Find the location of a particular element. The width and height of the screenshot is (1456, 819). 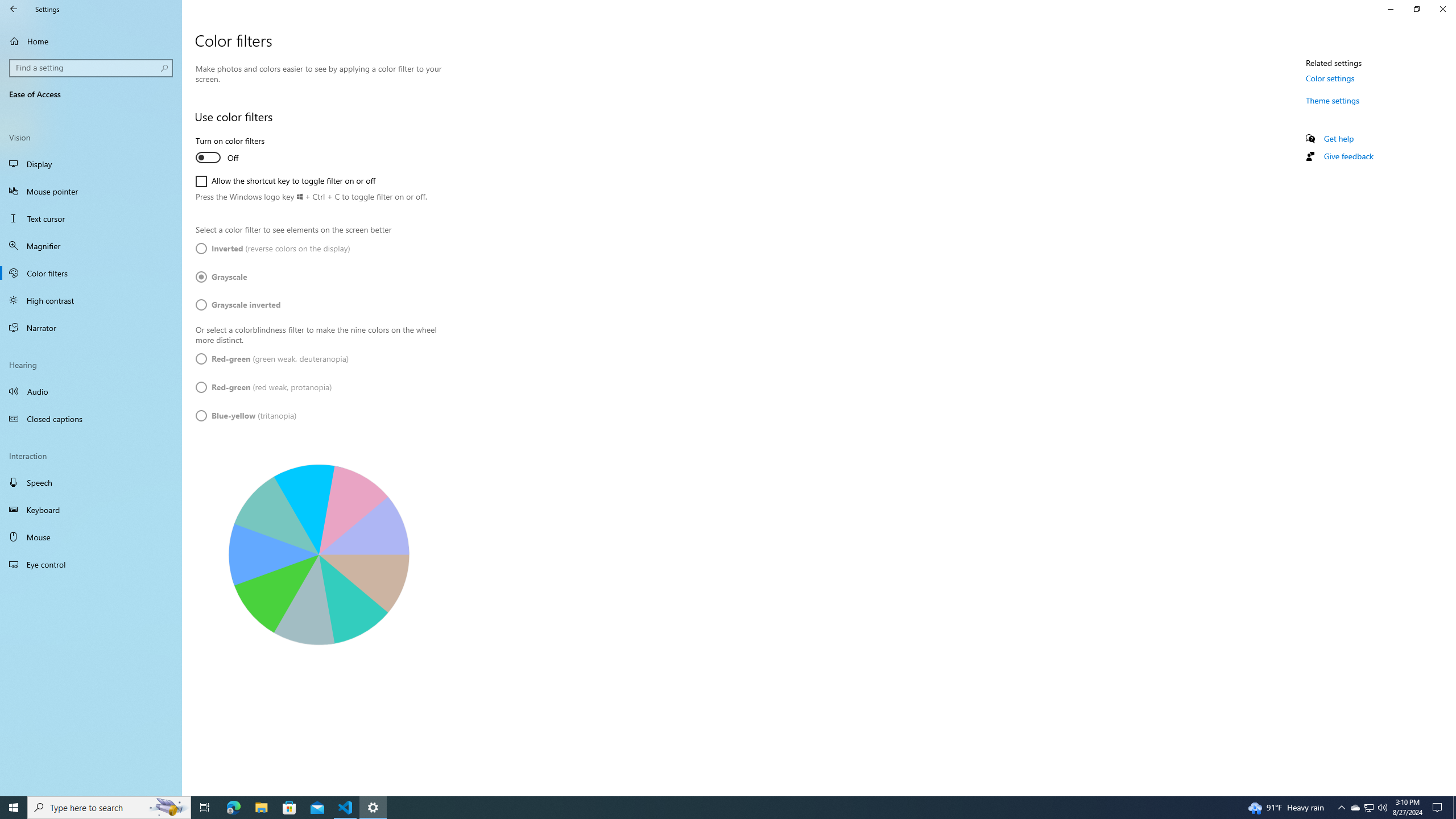

'Microsoft Edge' is located at coordinates (233, 806).